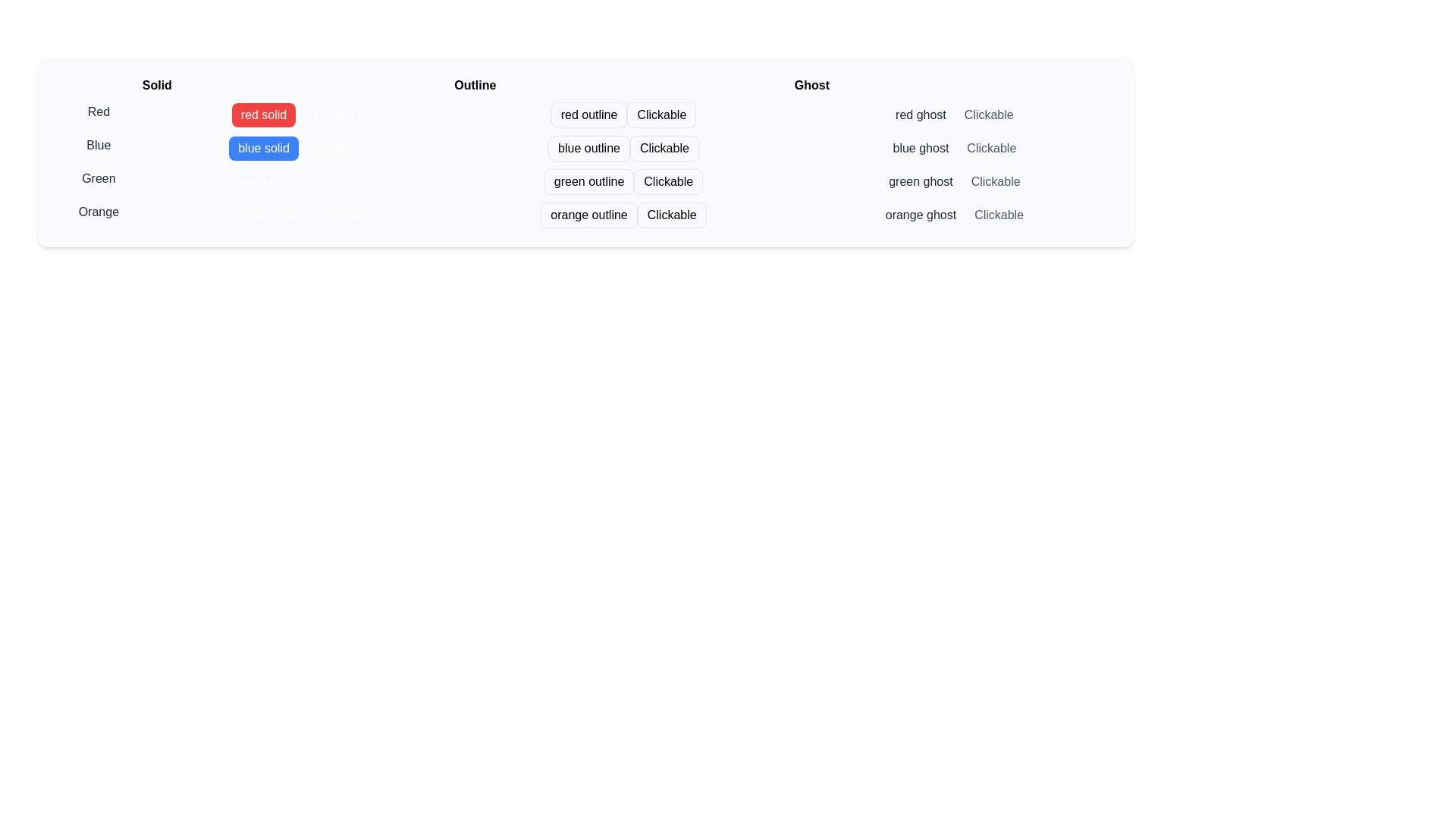  I want to click on text label indicating the green color option for the 'Solid' category, which is the third item in the 'Solid' column, located towards the left side of the interface, so click(98, 177).